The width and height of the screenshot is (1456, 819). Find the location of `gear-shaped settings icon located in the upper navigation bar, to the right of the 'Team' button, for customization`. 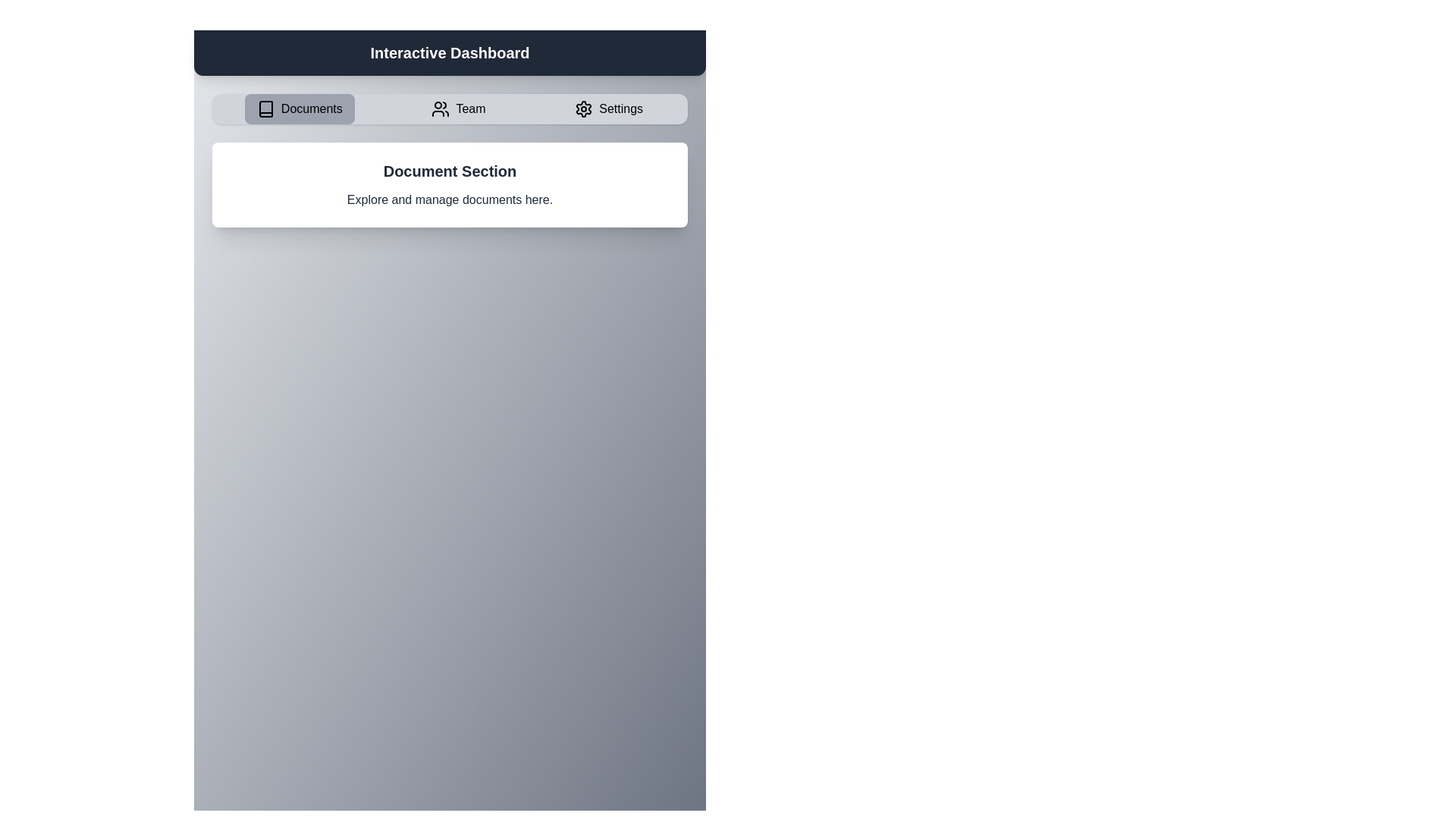

gear-shaped settings icon located in the upper navigation bar, to the right of the 'Team' button, for customization is located at coordinates (583, 108).